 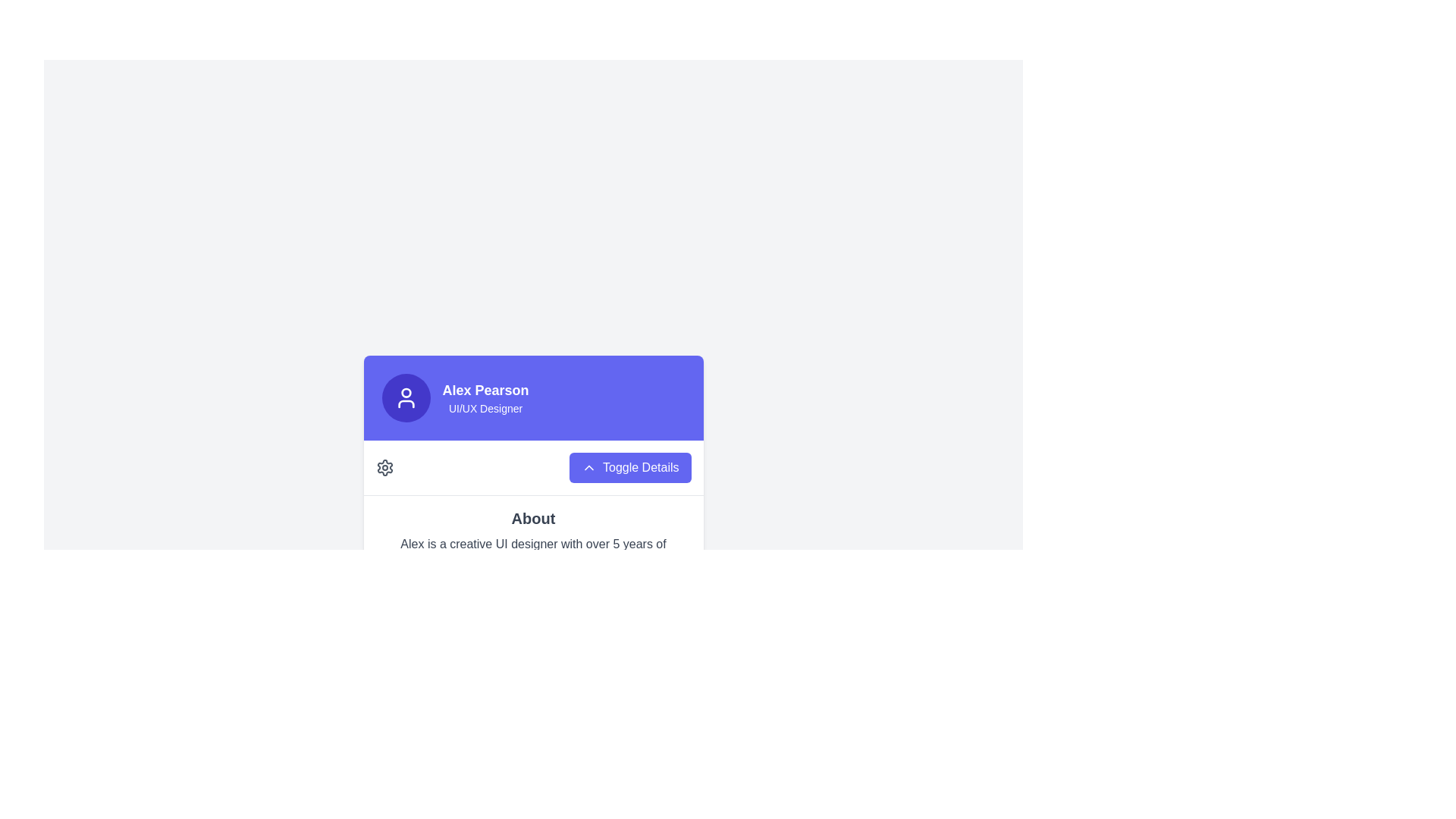 I want to click on the user profile icon, which is a stylized vector graphic with a hollow outline on a solid purple background, so click(x=406, y=397).